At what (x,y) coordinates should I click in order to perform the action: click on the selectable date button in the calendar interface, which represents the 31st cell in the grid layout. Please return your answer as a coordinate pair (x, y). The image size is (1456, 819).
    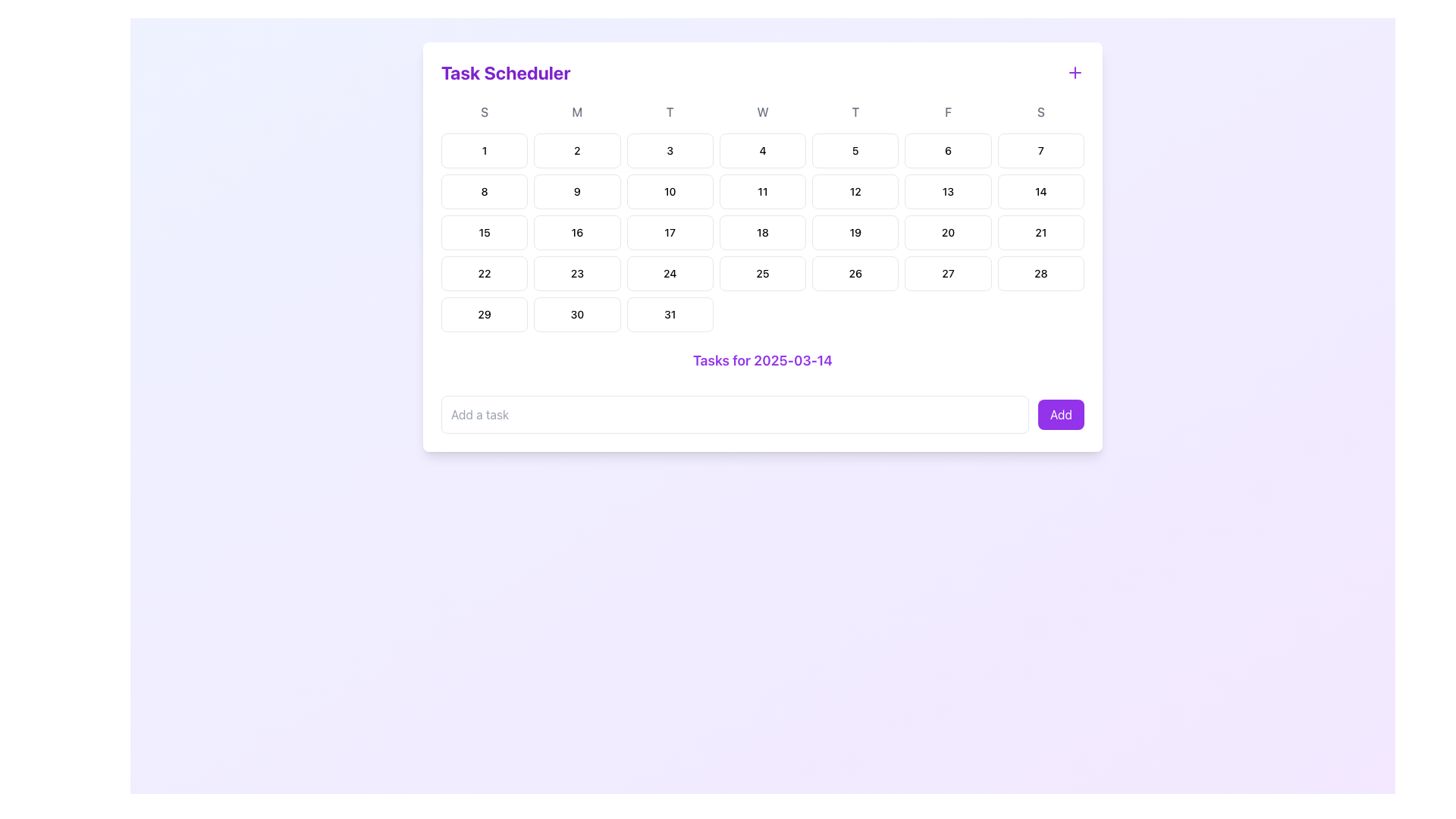
    Looking at the image, I should click on (669, 314).